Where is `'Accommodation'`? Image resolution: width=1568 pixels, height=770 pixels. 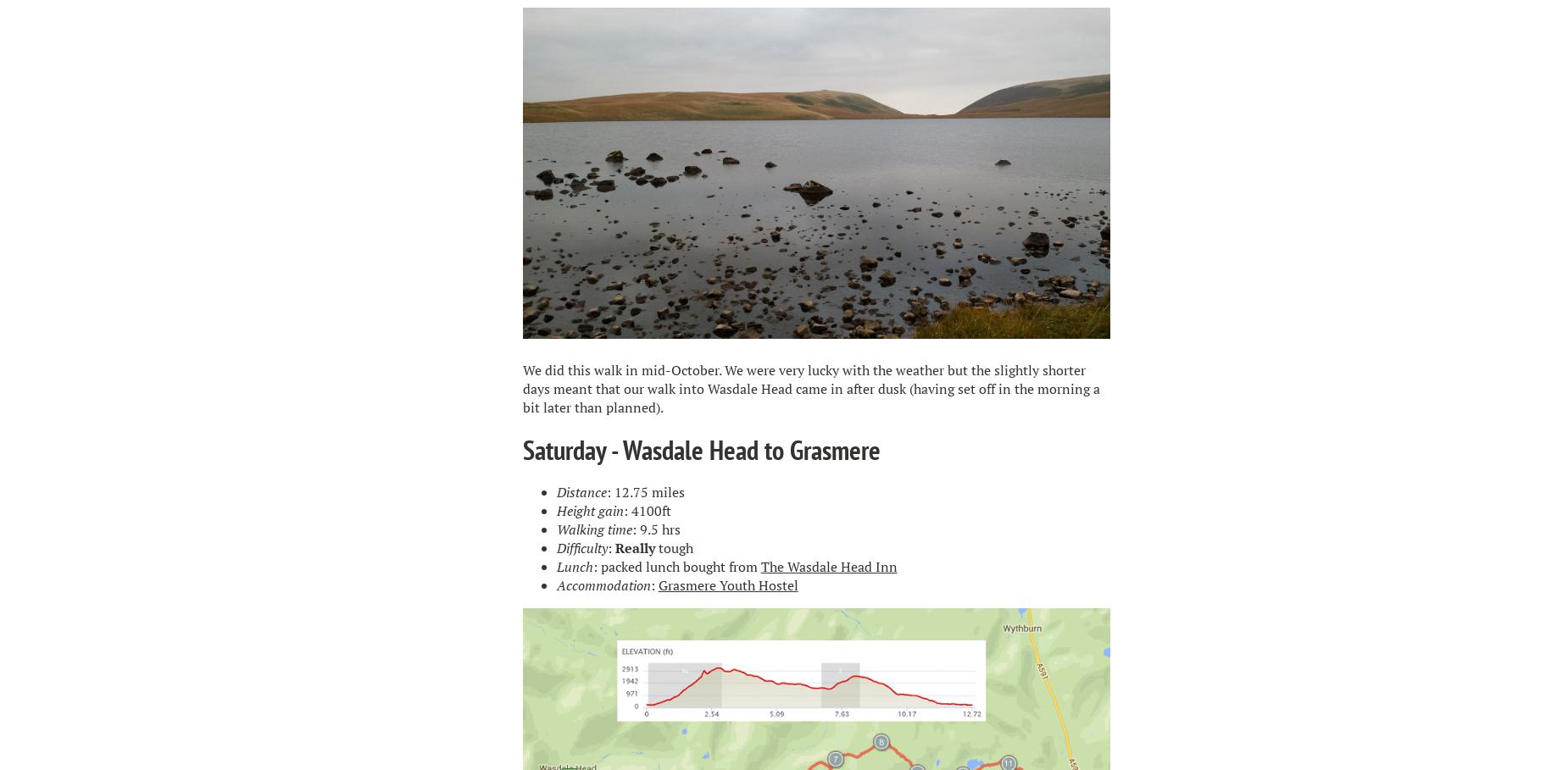
'Accommodation' is located at coordinates (603, 584).